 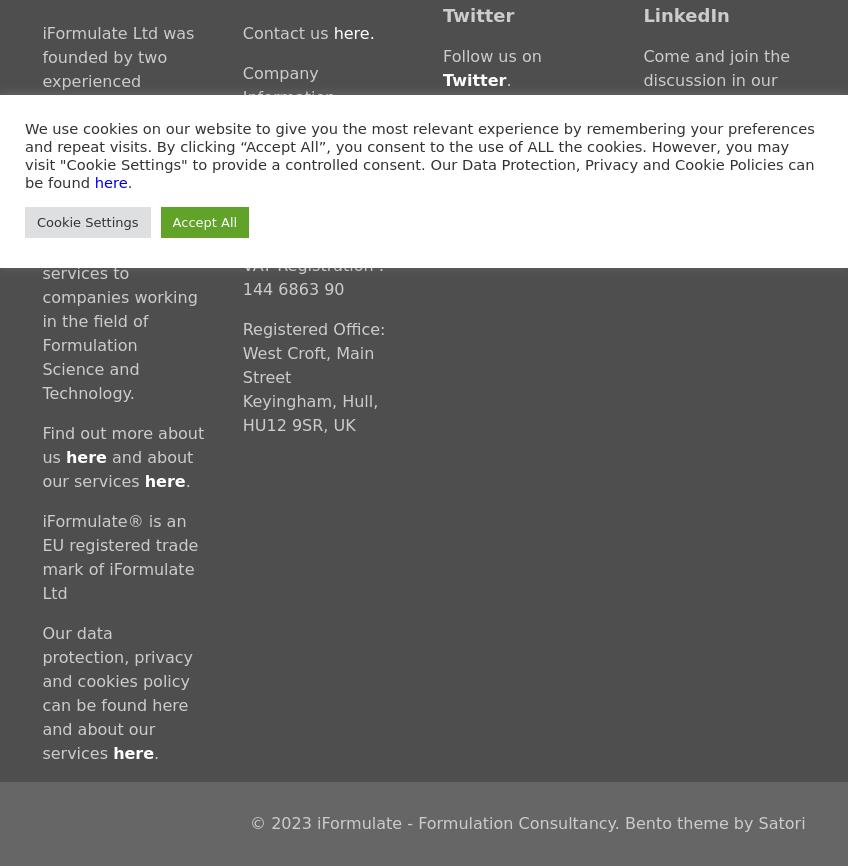 I want to click on 'Find out more about us', so click(x=121, y=444).